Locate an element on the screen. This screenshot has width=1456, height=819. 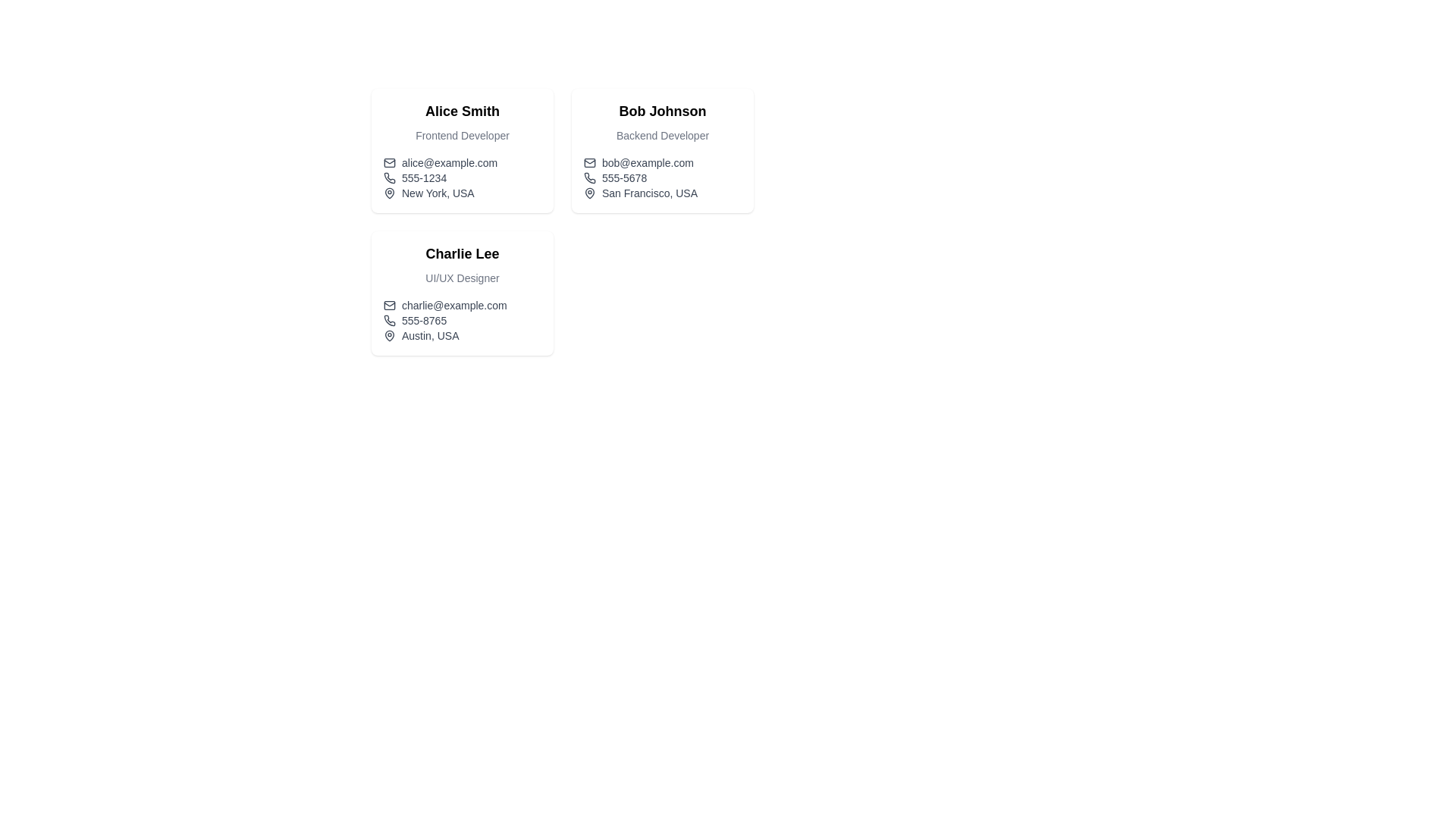
the text label displaying 'Austin, USA' in dark gray, located in the third card of Charlie Lee's profile, positioned as the fourth item in the contact details list is located at coordinates (429, 335).